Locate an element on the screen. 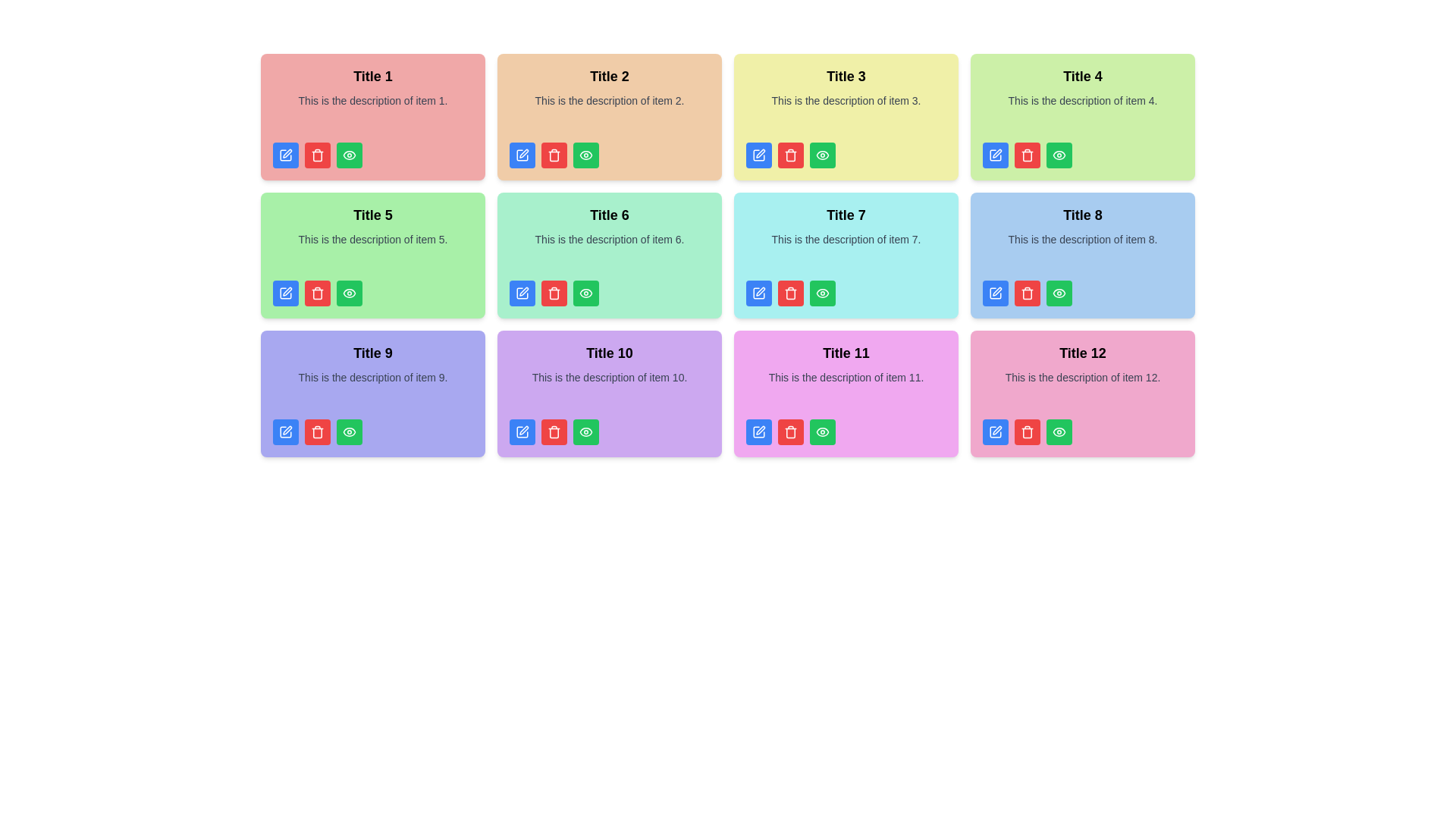  the leftmost icon in the action buttons of the light yellow card labeled 'Title 3' is located at coordinates (759, 155).